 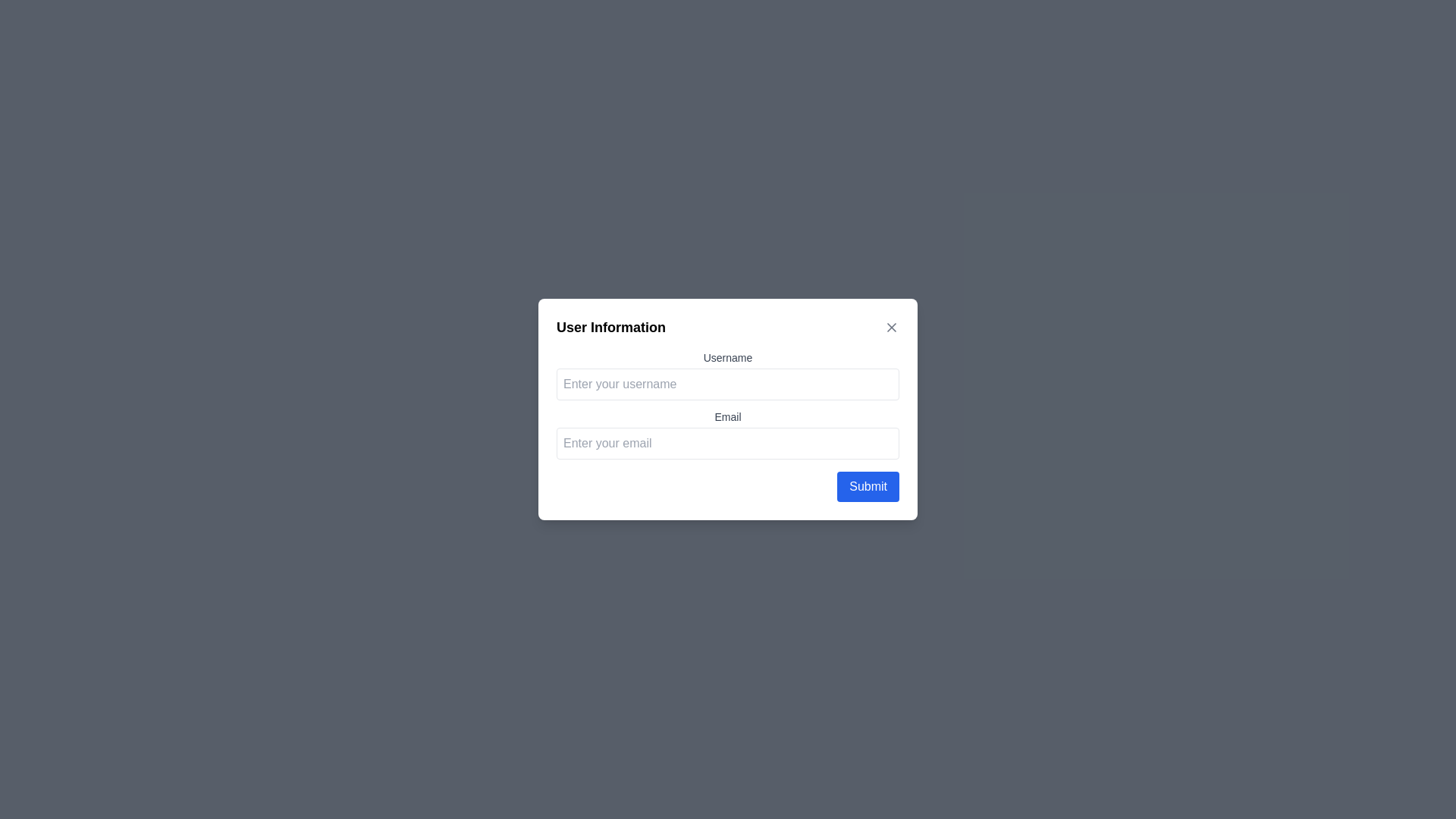 I want to click on the email input field located within the 'User Information' modal dialog box to focus on it, so click(x=728, y=435).